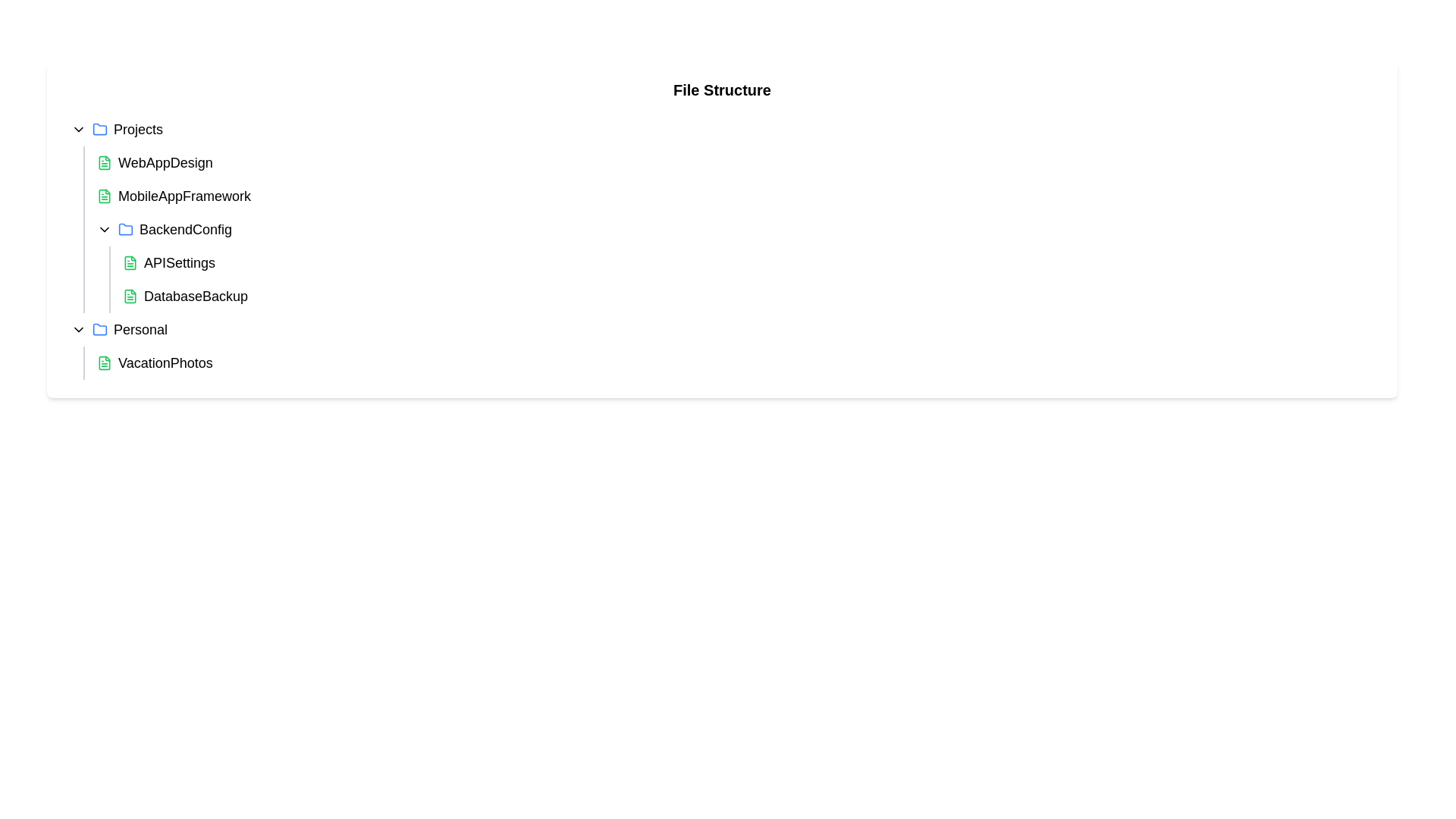  I want to click on the 'APISettings' text label located under the 'BackendConfig' folder, so click(180, 262).